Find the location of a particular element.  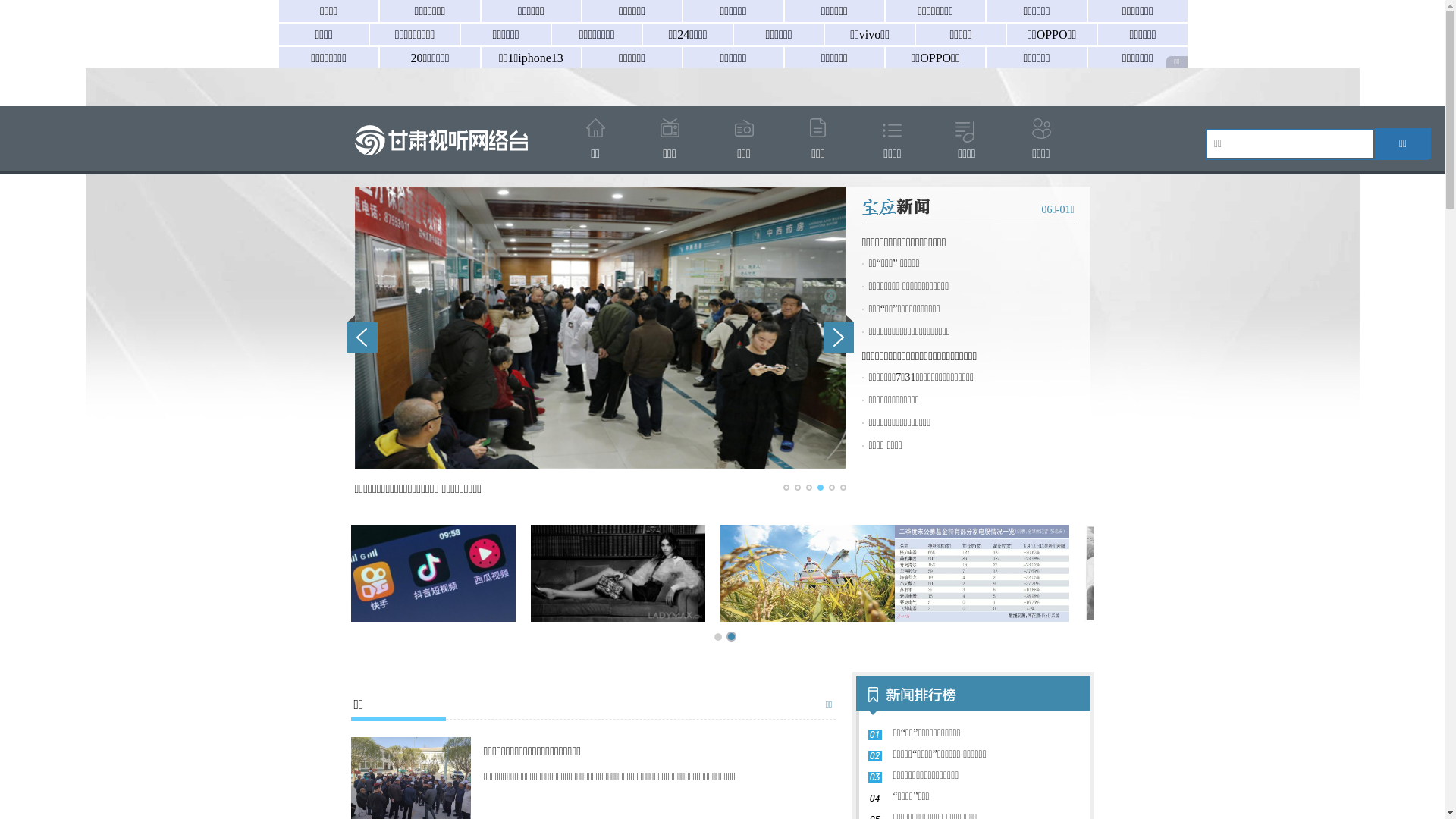

'6' is located at coordinates (843, 488).